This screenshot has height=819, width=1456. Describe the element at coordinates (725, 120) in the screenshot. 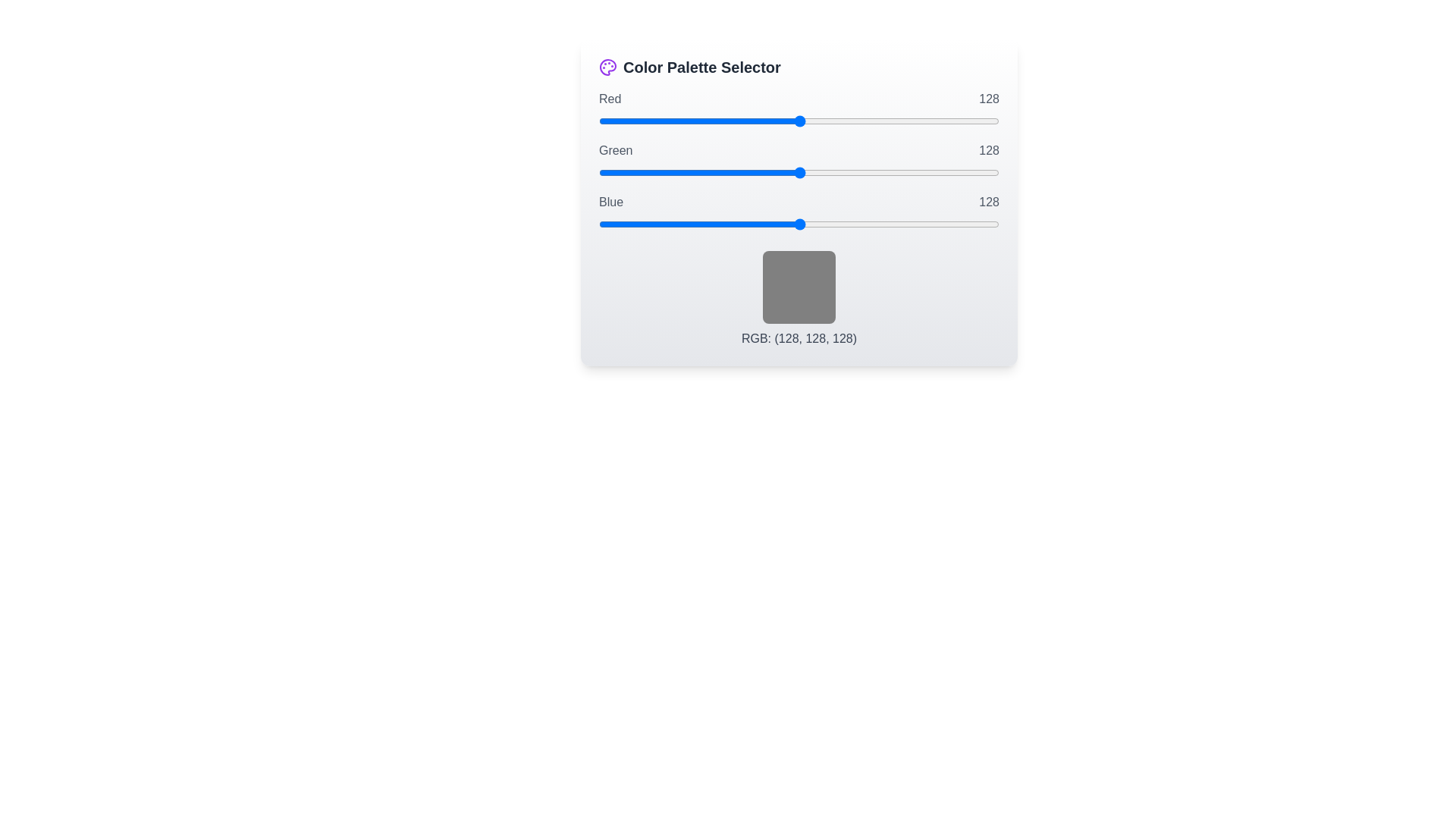

I see `the red slider to set its value to 81` at that location.